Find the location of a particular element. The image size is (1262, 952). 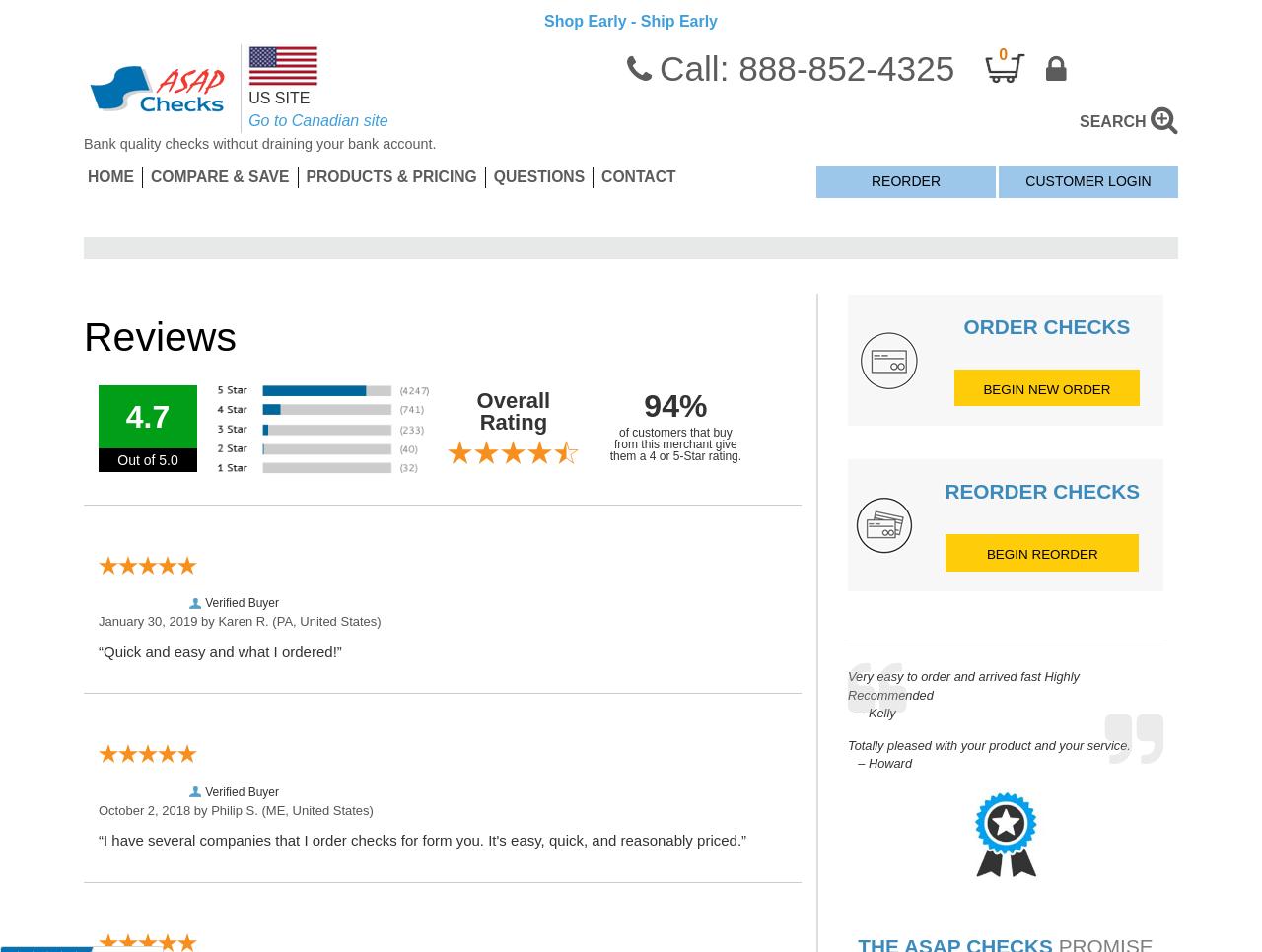

'0' is located at coordinates (1003, 53).